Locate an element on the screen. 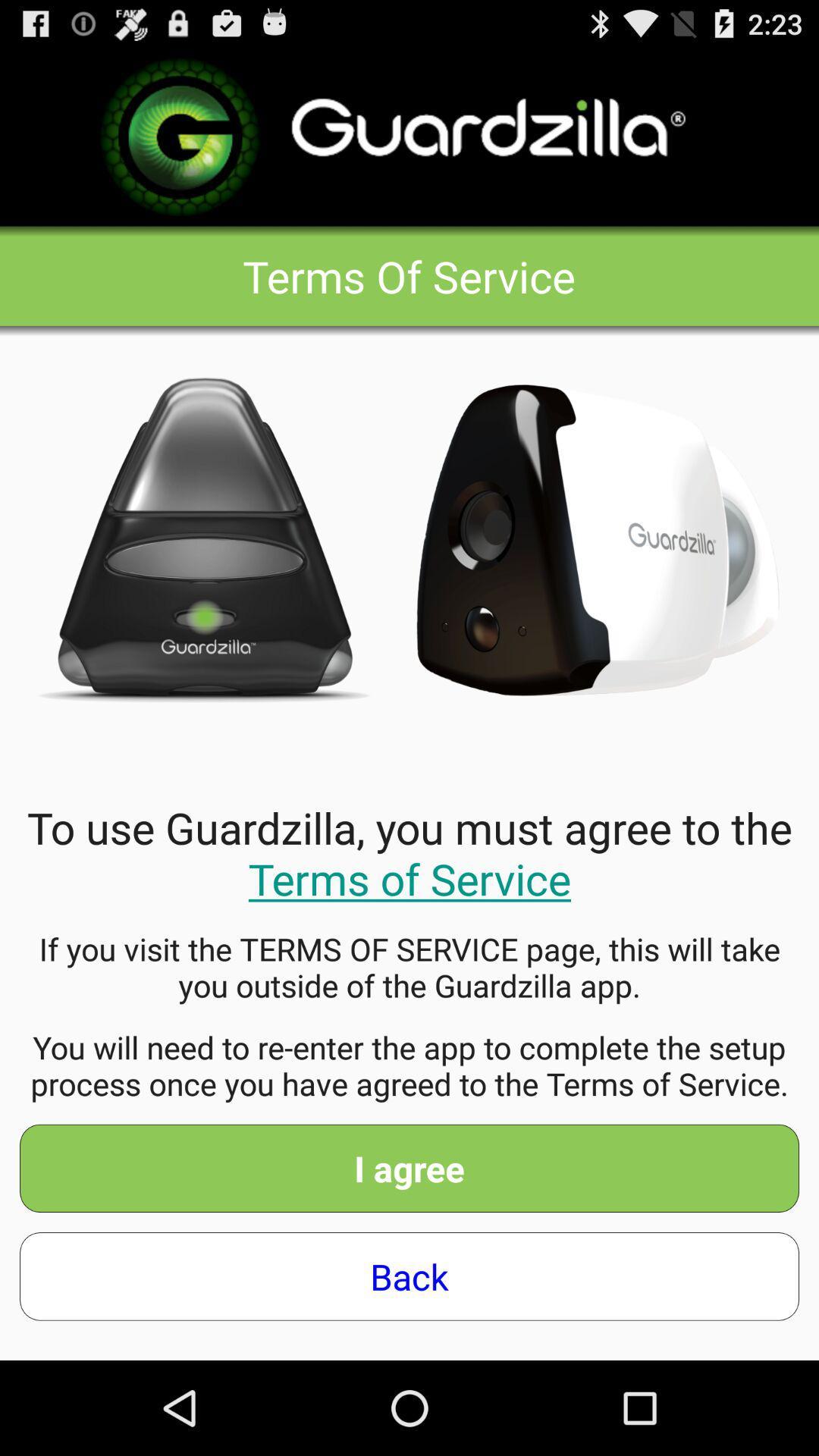  the to use guardzilla is located at coordinates (409, 852).